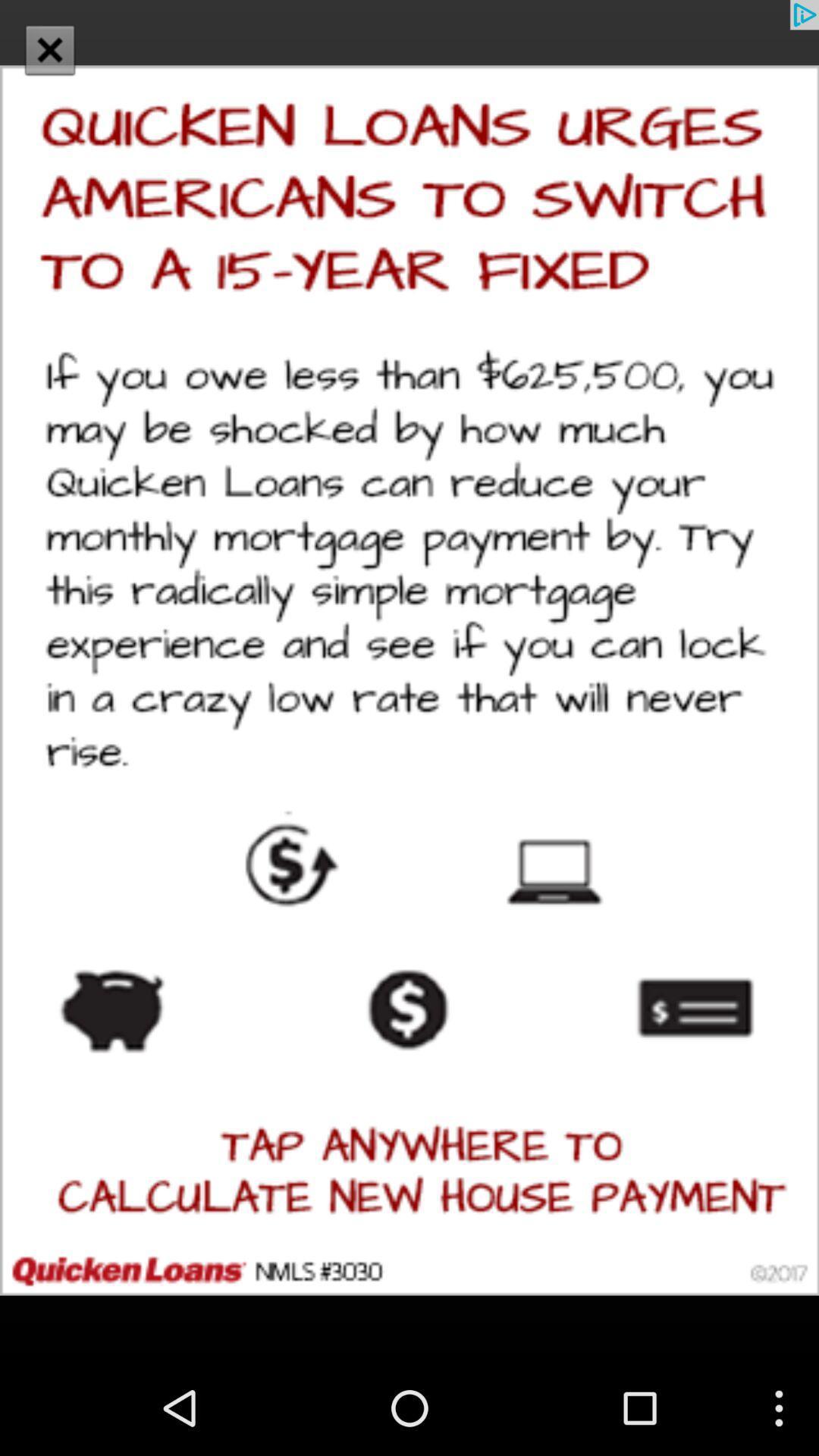 This screenshot has height=1456, width=819. I want to click on the close icon, so click(49, 53).